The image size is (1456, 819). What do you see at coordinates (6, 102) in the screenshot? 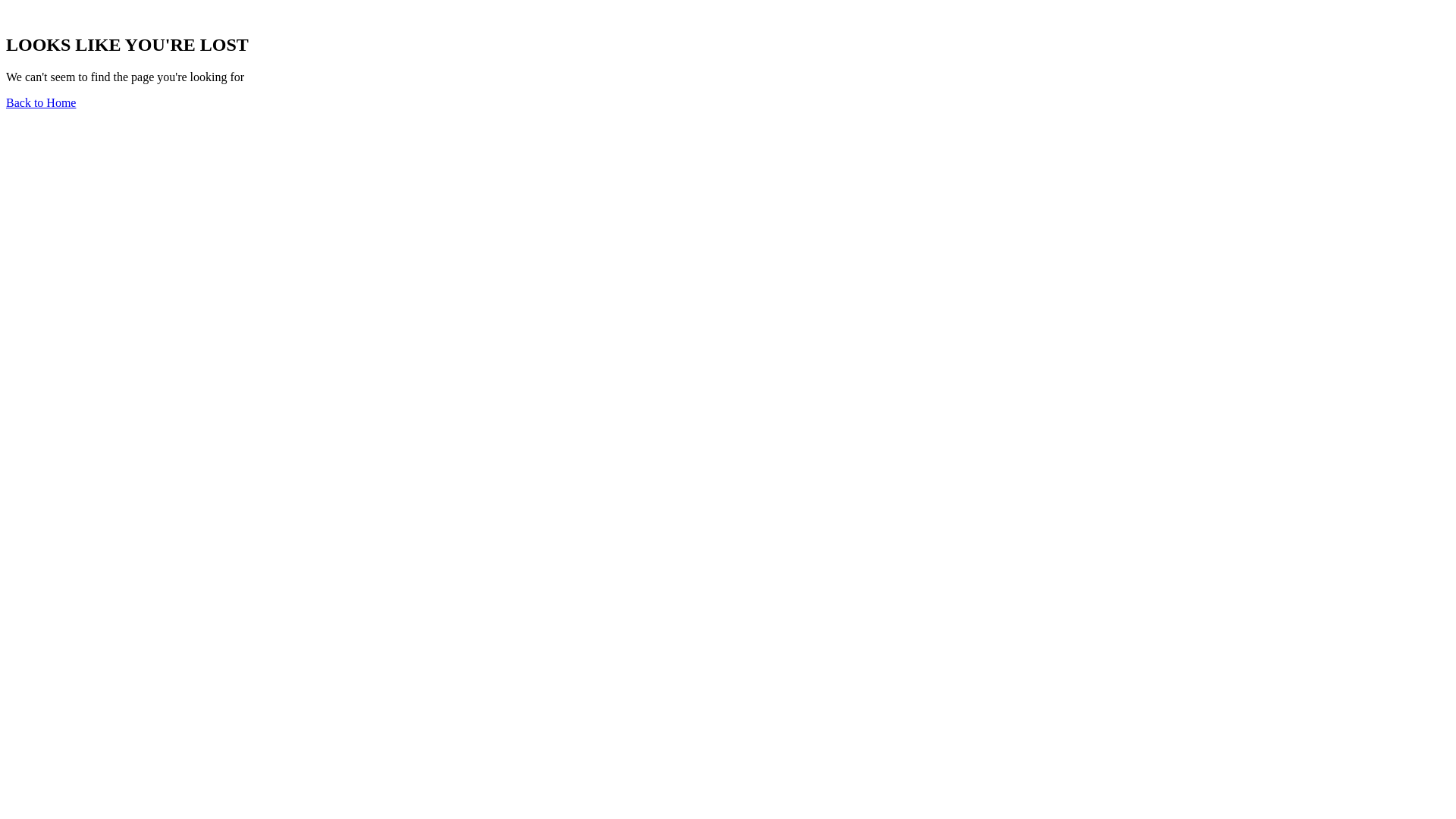
I see `'Back to Home'` at bounding box center [6, 102].